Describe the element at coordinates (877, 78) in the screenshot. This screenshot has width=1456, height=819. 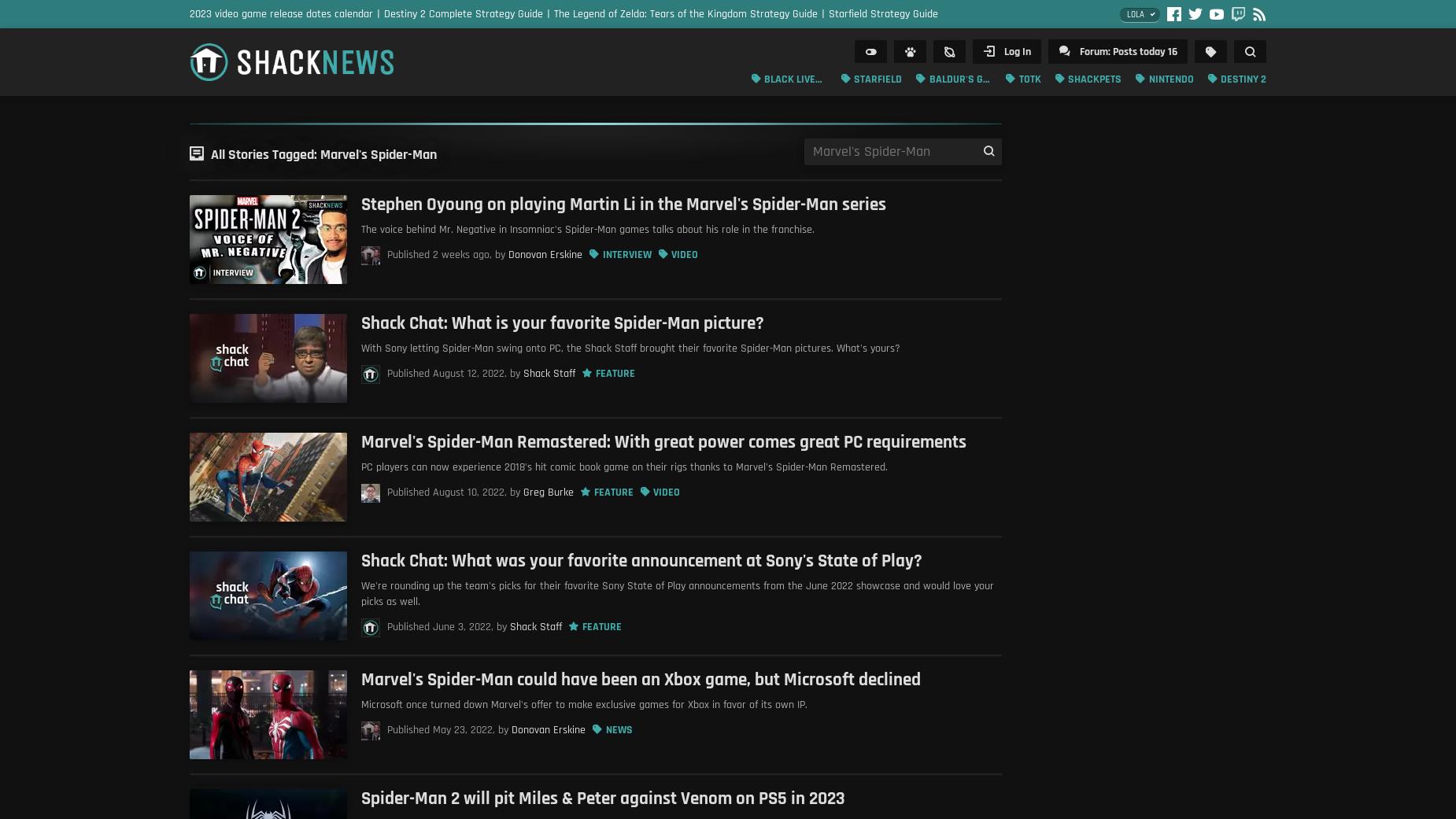
I see `'Starfield'` at that location.